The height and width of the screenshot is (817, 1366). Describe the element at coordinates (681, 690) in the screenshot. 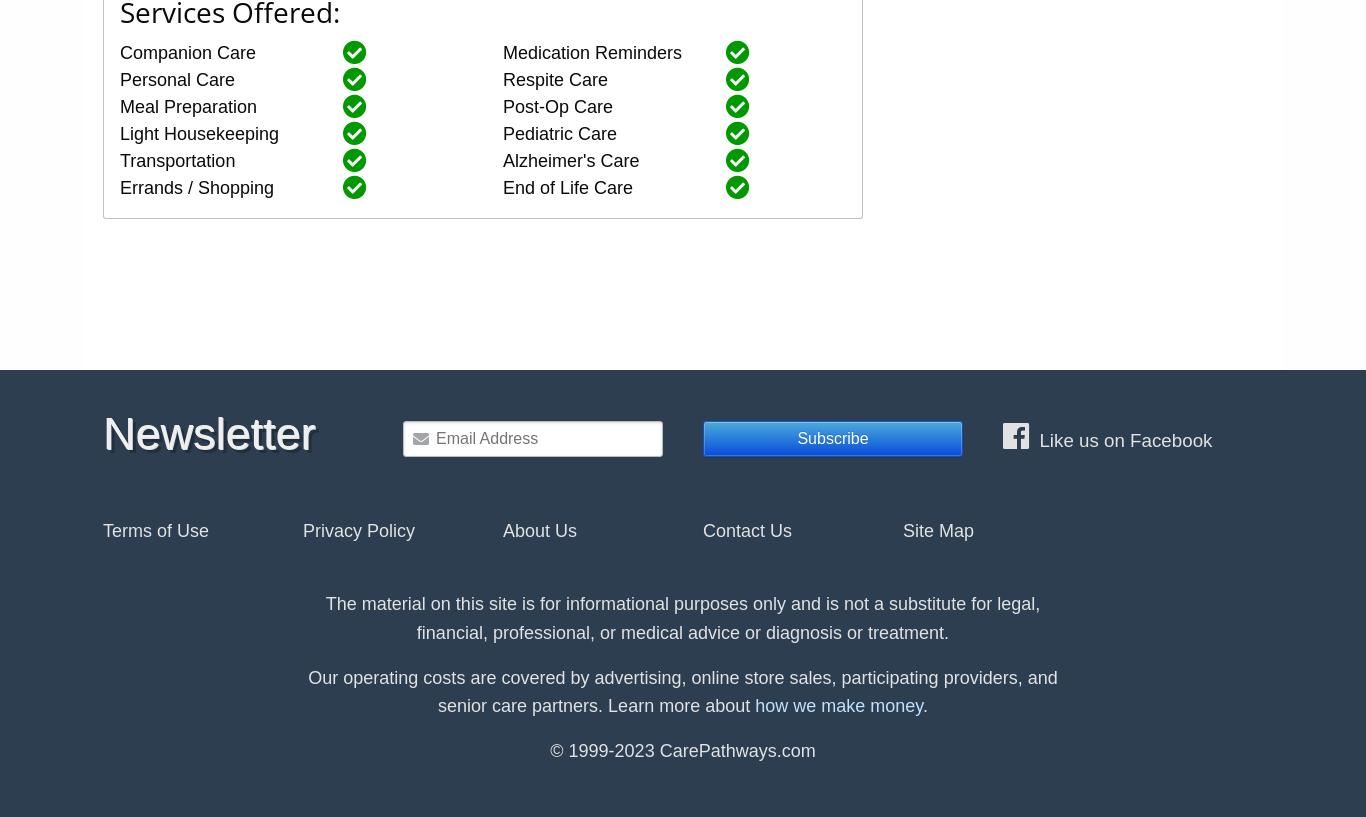

I see `'Our operating costs are covered by advertising, online store sales, participating providers, and senior care partners. Learn more about'` at that location.